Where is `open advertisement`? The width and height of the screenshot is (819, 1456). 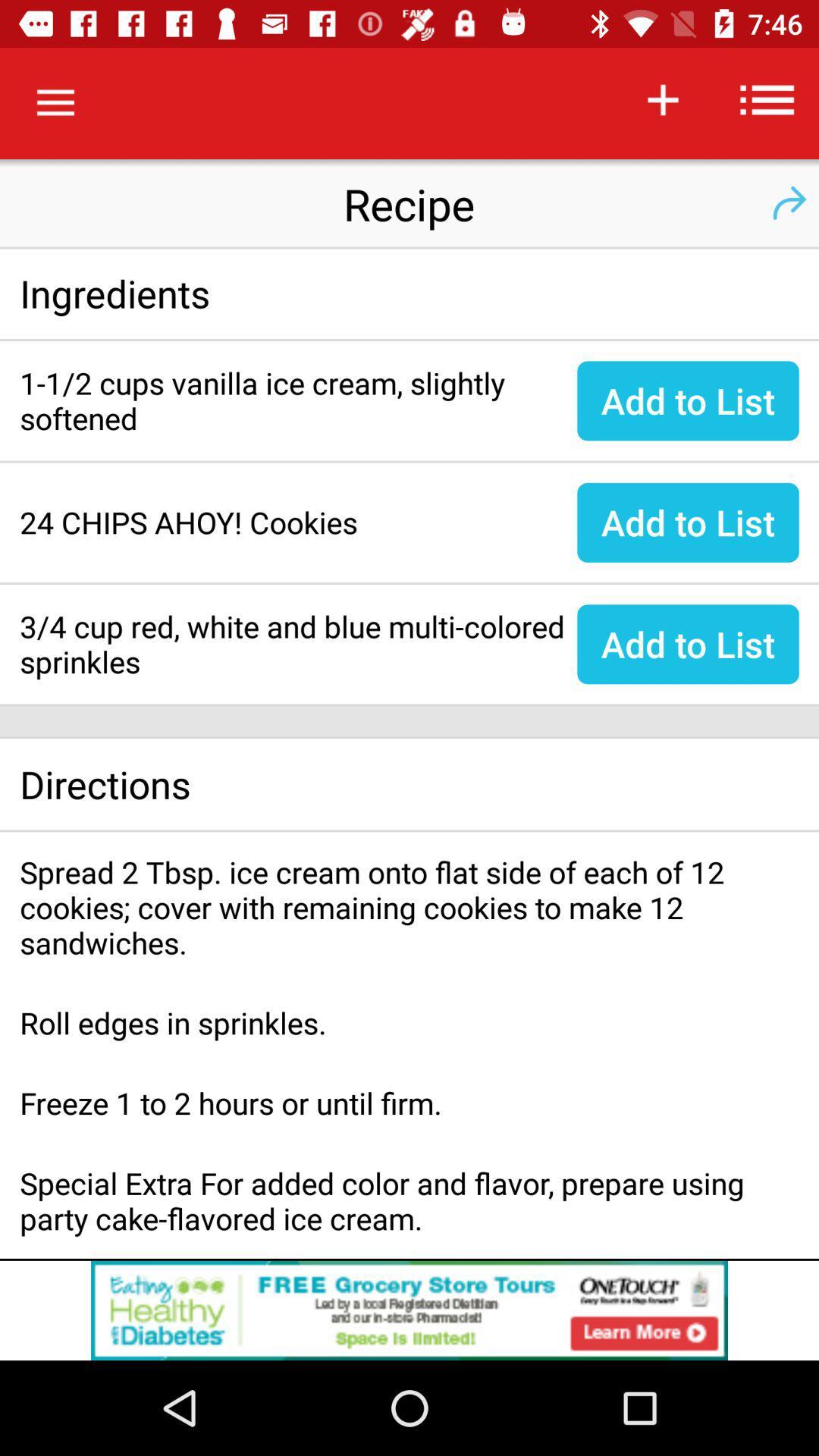 open advertisement is located at coordinates (409, 1310).